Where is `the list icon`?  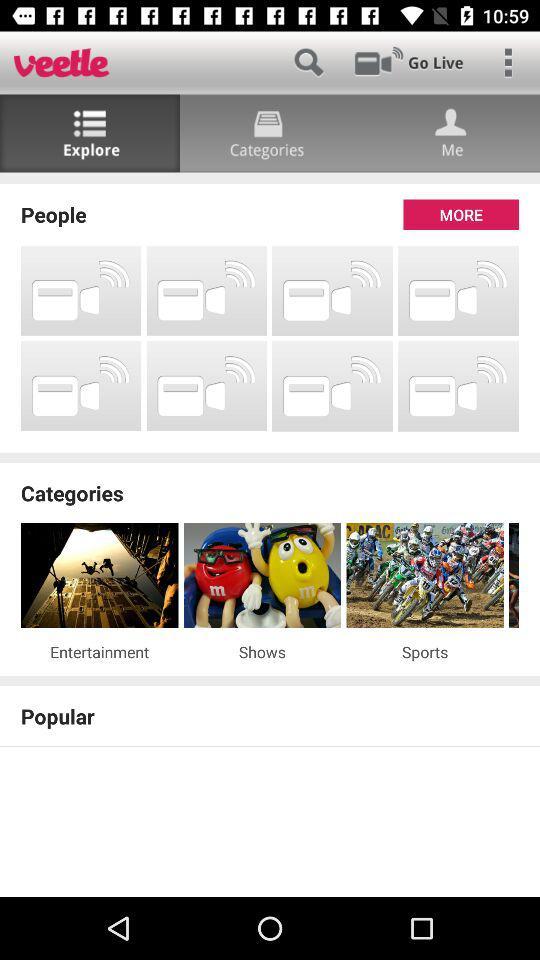
the list icon is located at coordinates (89, 132).